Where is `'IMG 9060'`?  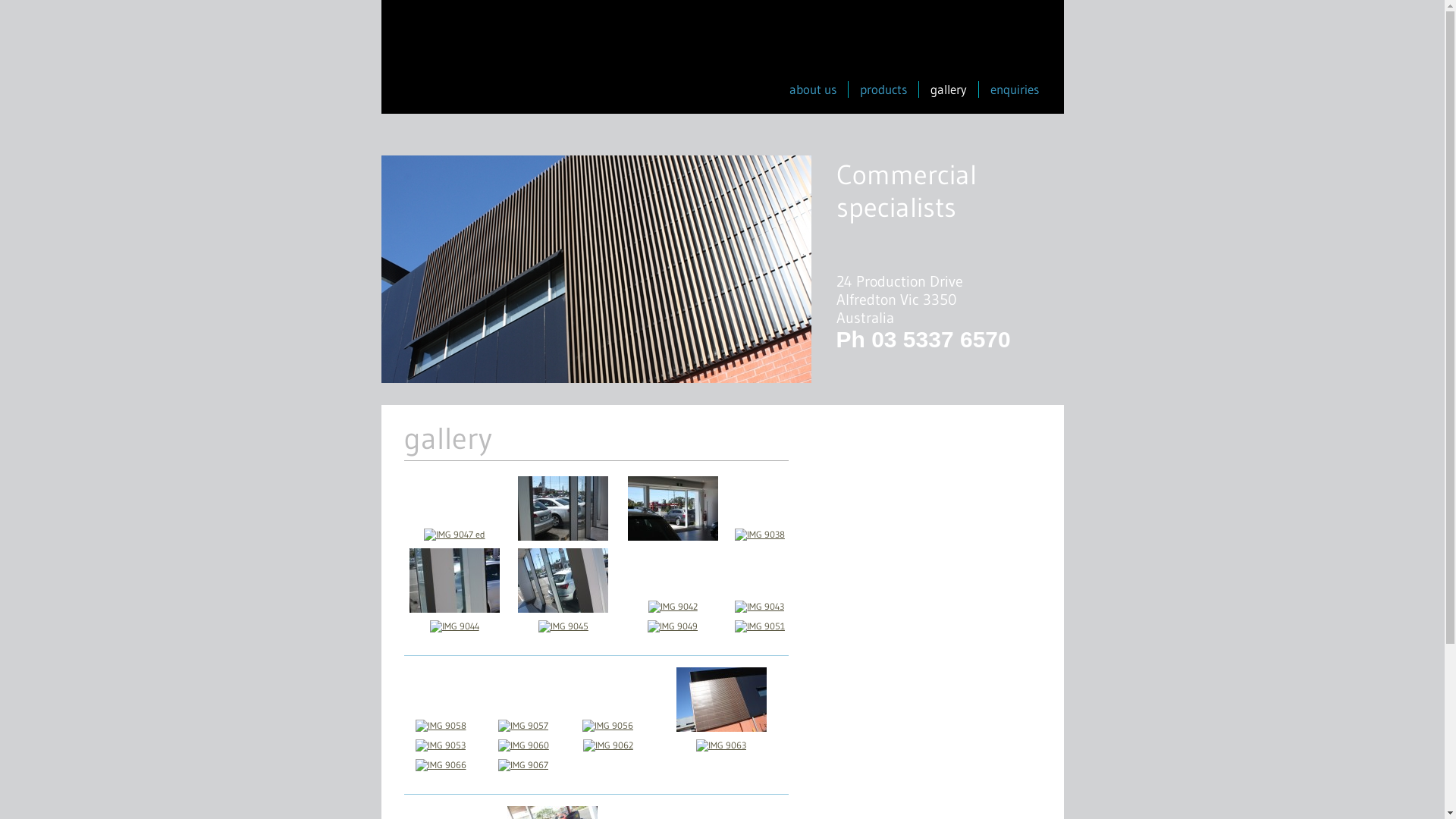
'IMG 9060' is located at coordinates (523, 745).